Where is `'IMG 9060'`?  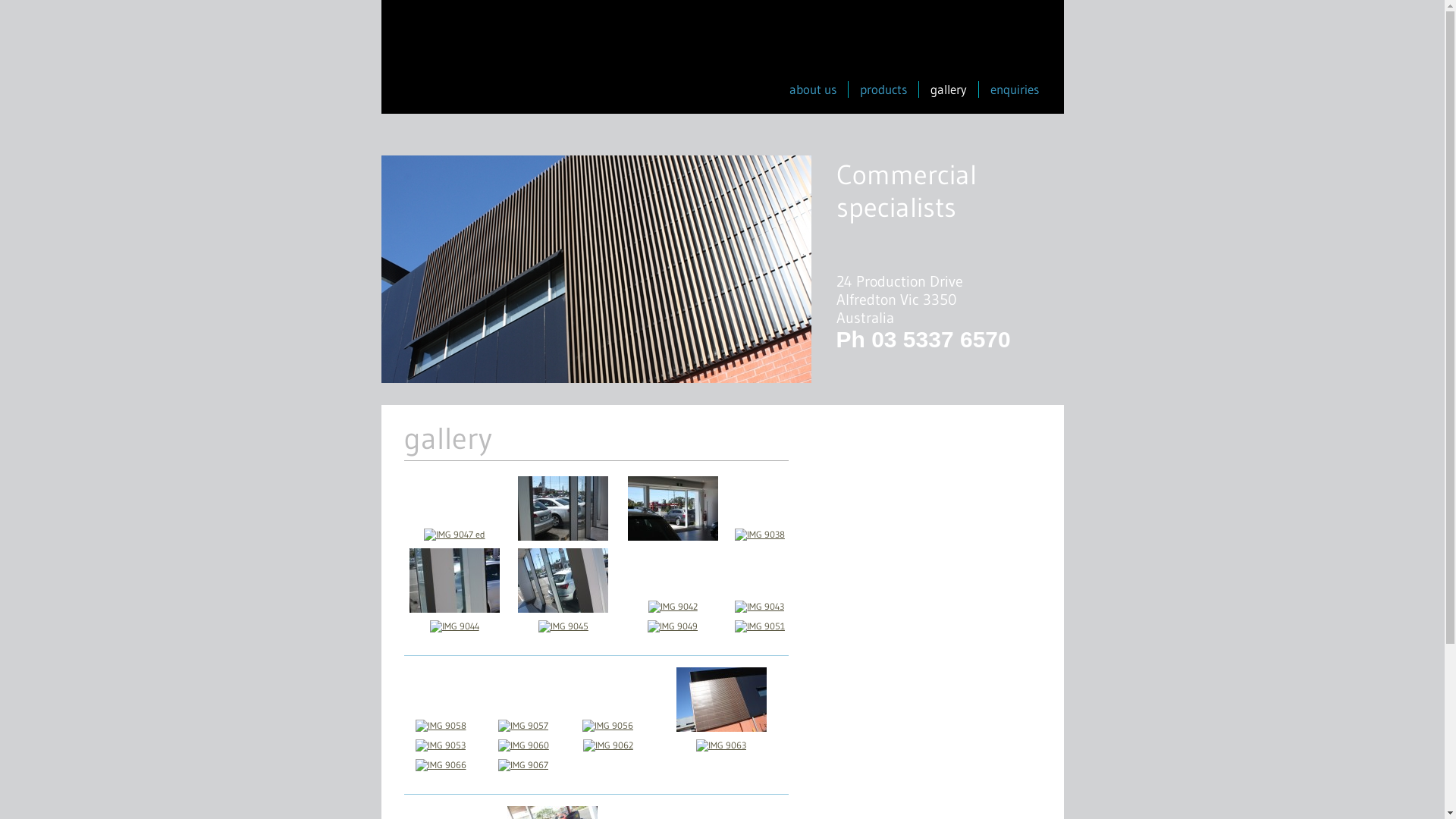
'IMG 9060' is located at coordinates (523, 745).